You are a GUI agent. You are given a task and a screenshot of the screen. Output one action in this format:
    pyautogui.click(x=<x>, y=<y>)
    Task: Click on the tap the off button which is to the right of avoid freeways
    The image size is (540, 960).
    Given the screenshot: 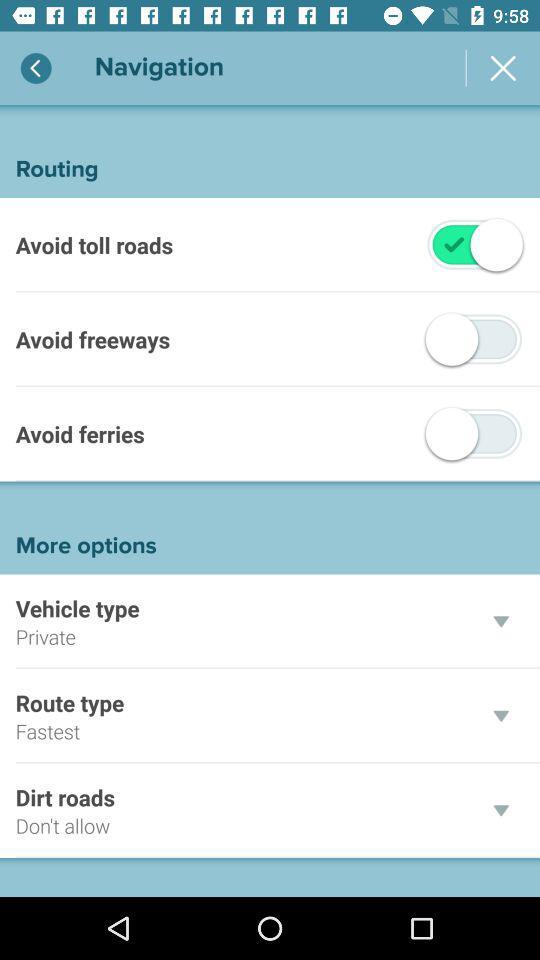 What is the action you would take?
    pyautogui.click(x=452, y=339)
    